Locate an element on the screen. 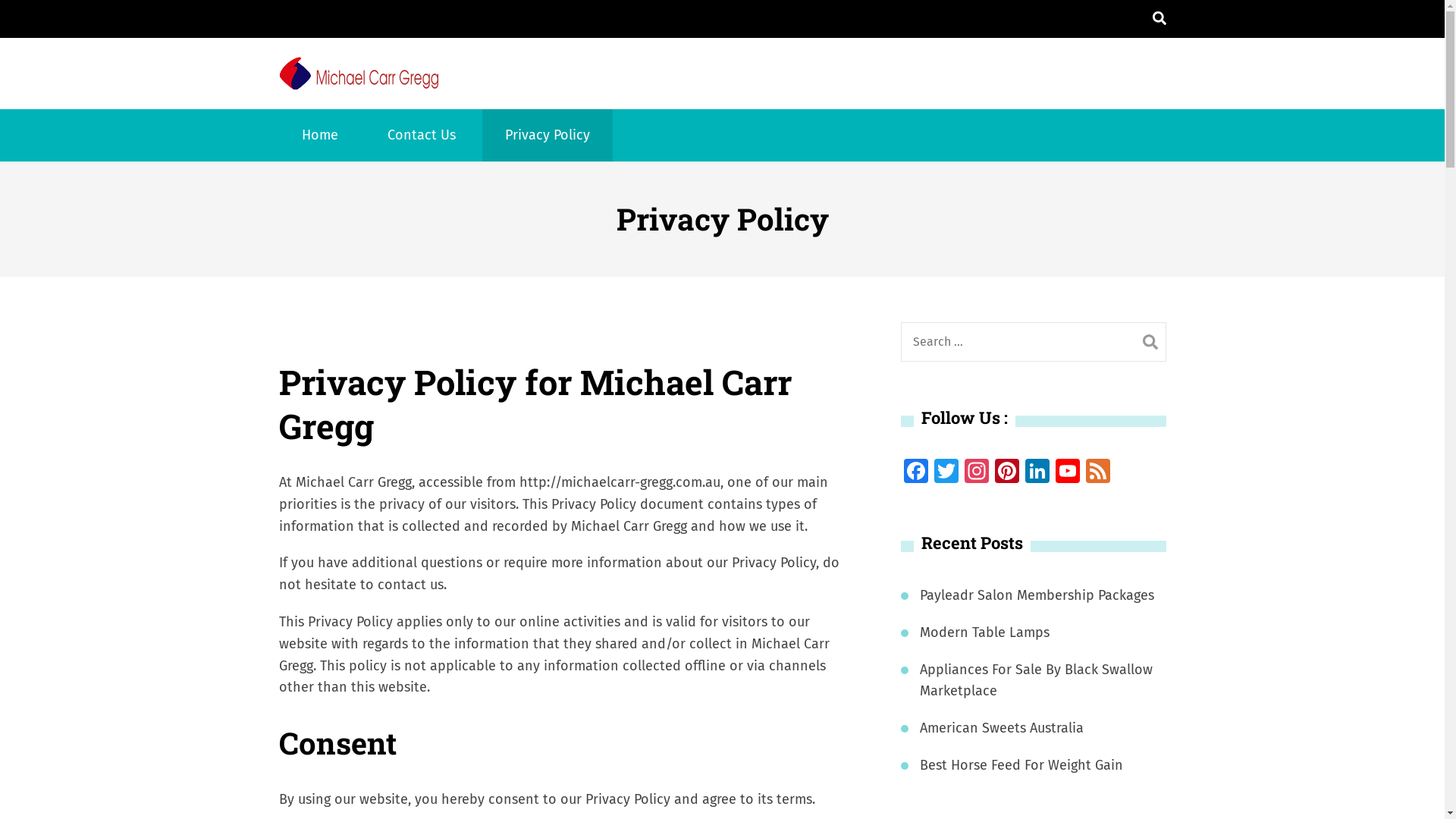  'Search' is located at coordinates (1150, 342).